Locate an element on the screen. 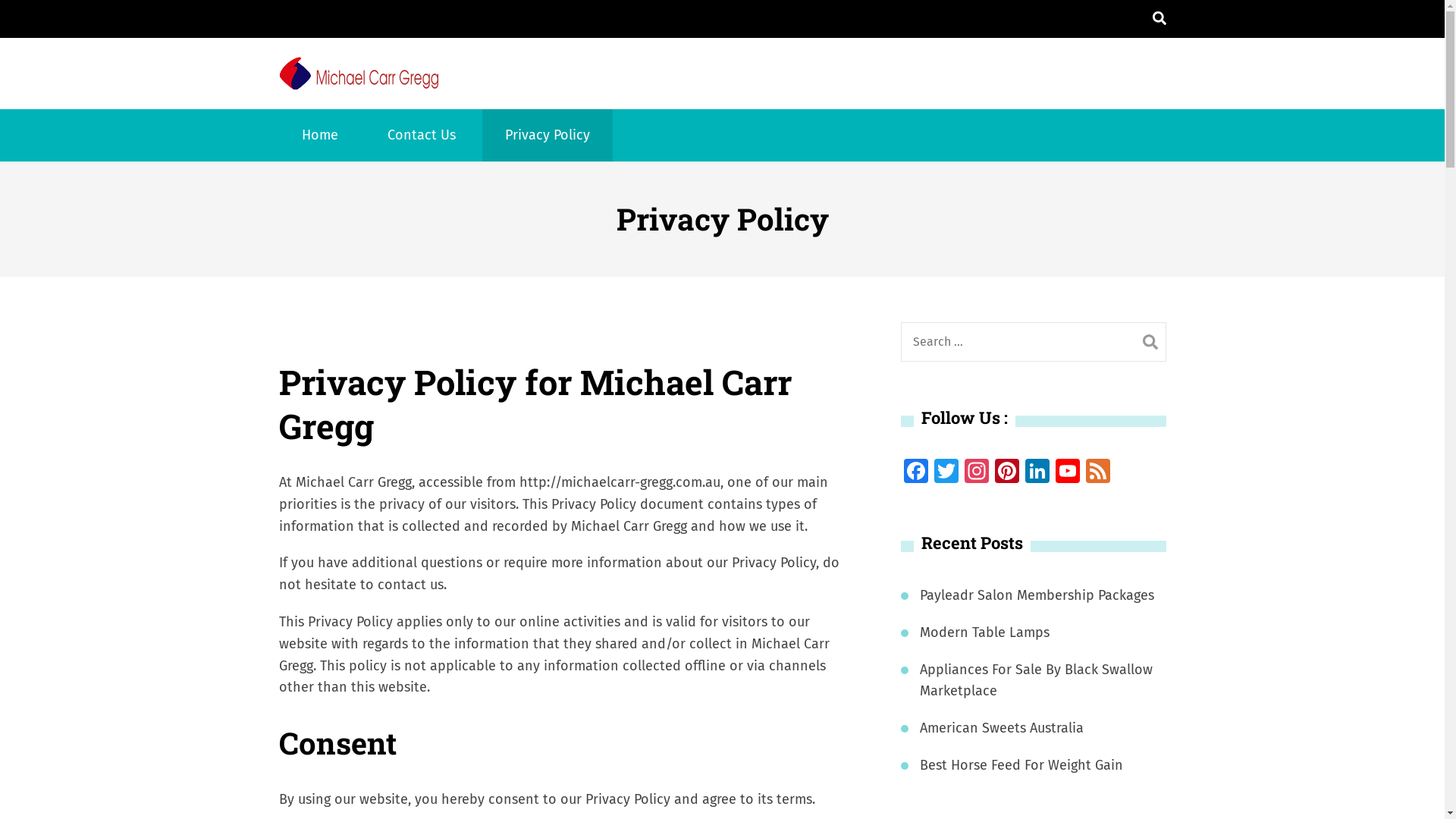  'Search' is located at coordinates (1150, 342).